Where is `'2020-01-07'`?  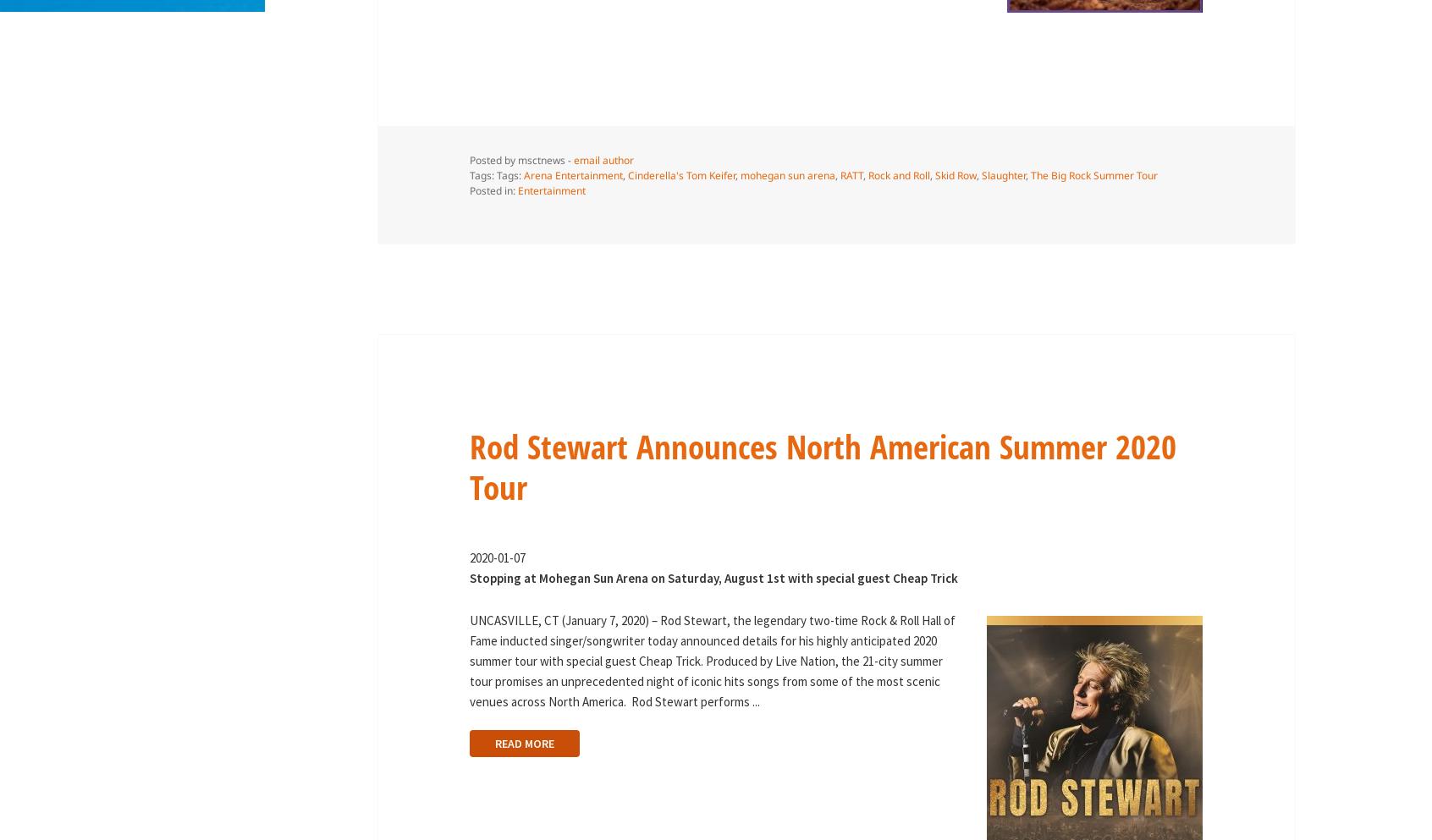 '2020-01-07' is located at coordinates (495, 557).